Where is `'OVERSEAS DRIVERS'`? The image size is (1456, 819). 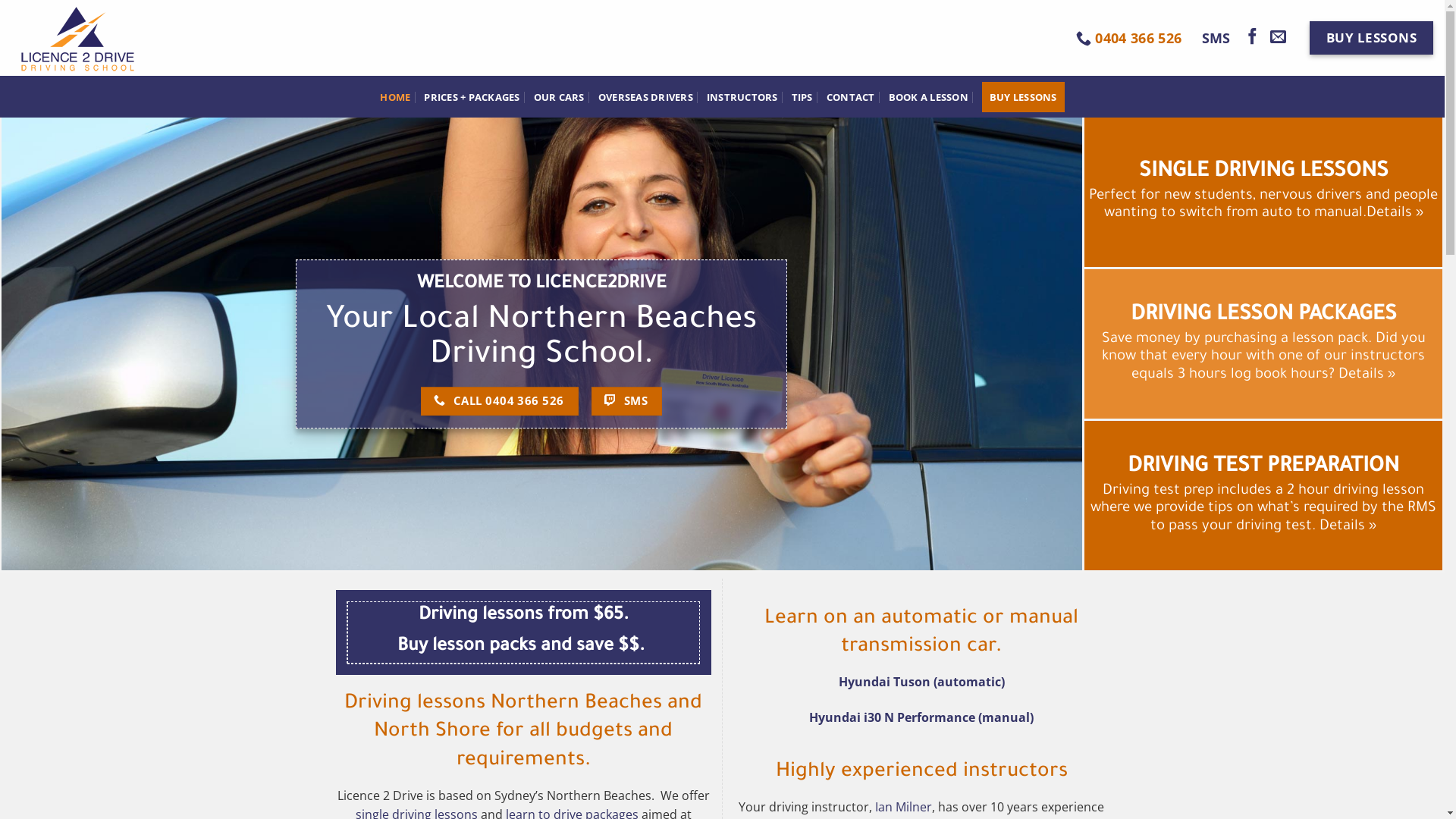
'OVERSEAS DRIVERS' is located at coordinates (597, 96).